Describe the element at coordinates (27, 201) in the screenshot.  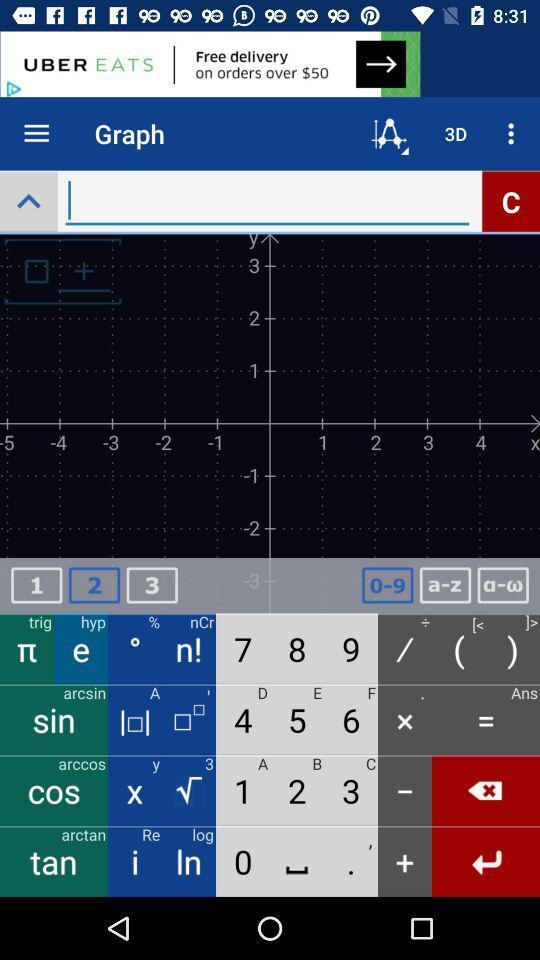
I see `search option` at that location.